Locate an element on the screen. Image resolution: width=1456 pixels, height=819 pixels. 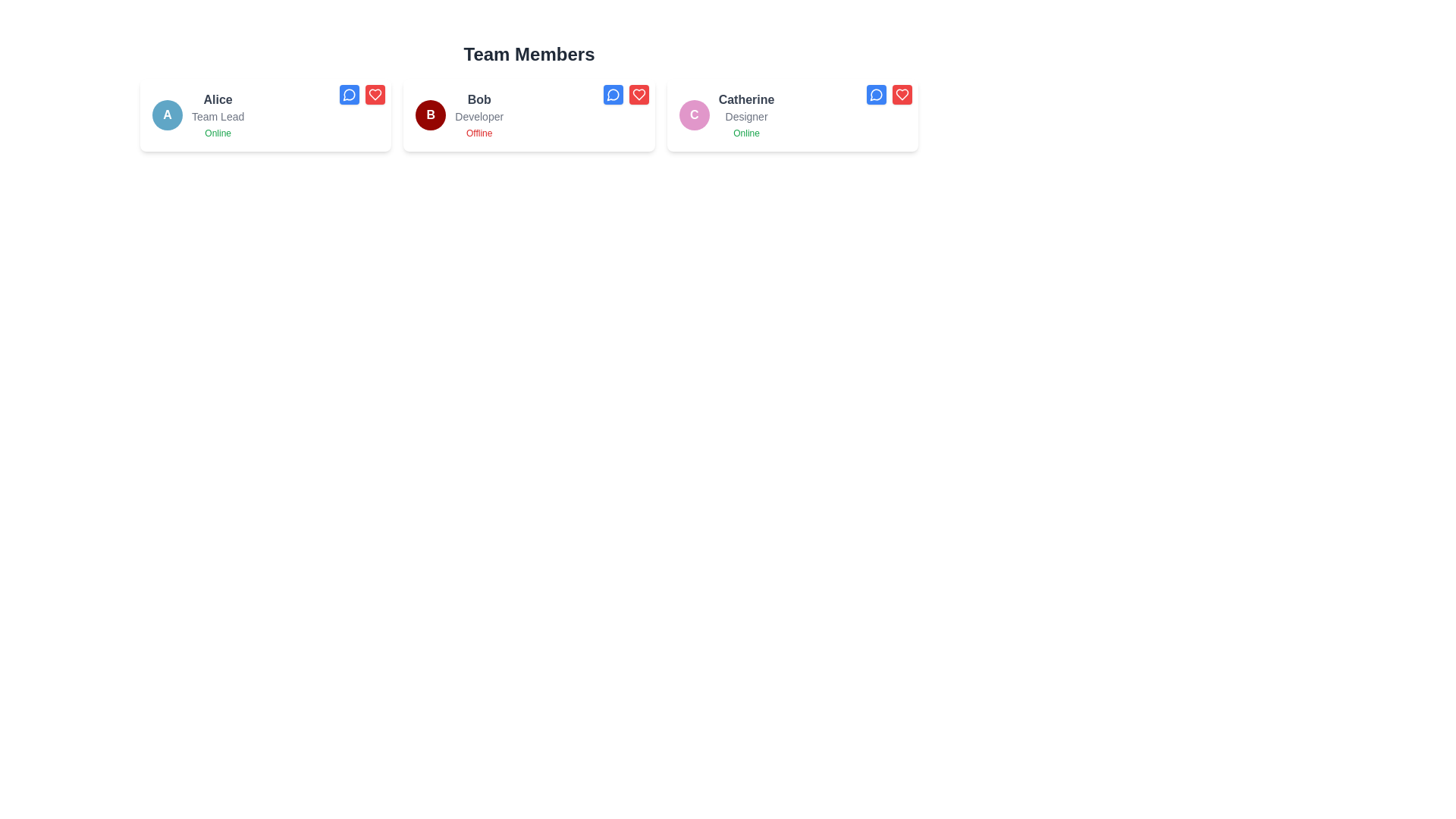
text label displaying 'Online' in green color, located at the bottom of the text group beneath 'Designer' and 'Catherine' within the information card for 'Catherine' is located at coordinates (746, 133).